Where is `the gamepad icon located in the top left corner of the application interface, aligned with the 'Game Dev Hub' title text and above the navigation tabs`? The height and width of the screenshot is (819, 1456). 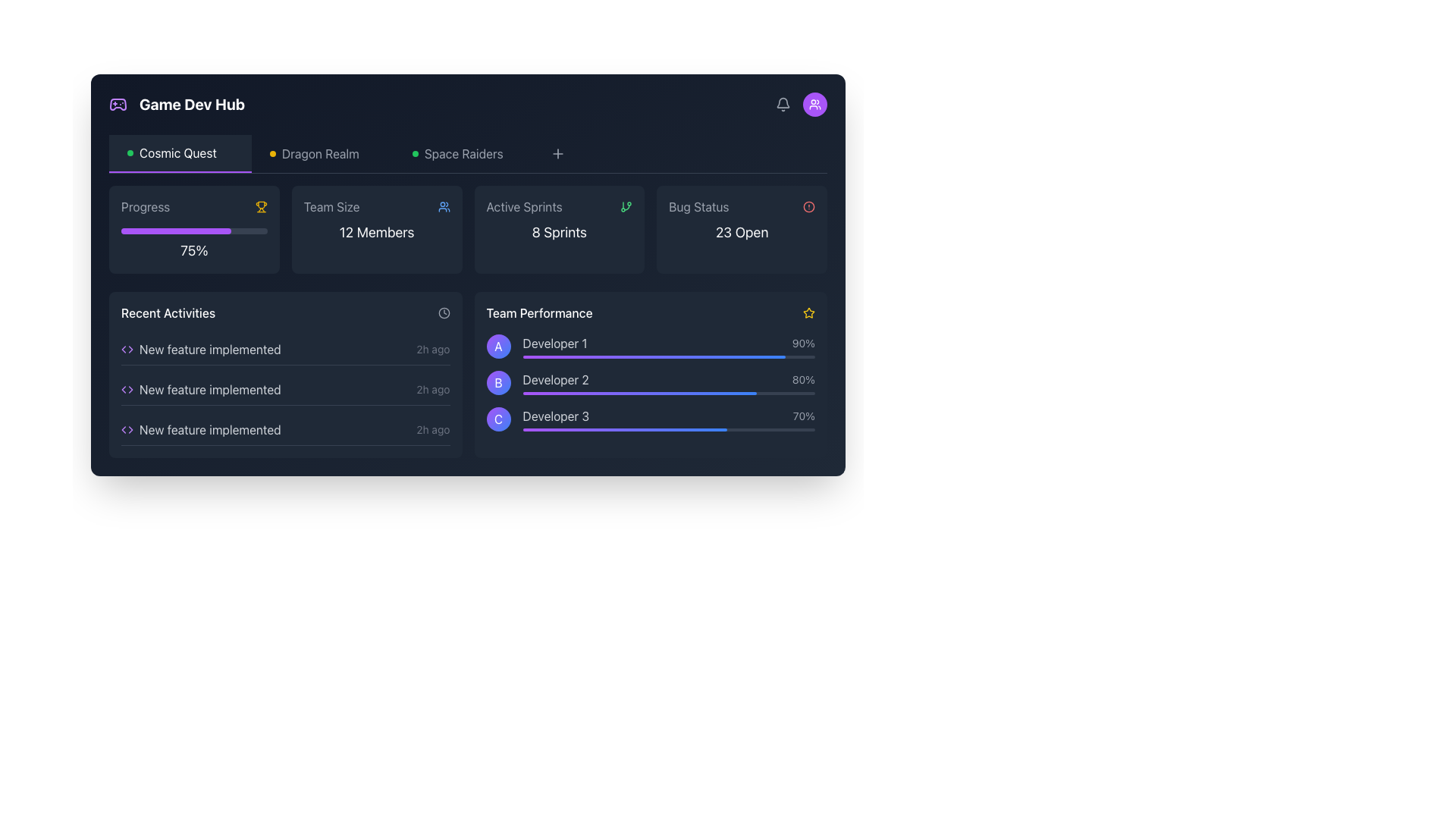
the gamepad icon located in the top left corner of the application interface, aligned with the 'Game Dev Hub' title text and above the navigation tabs is located at coordinates (118, 104).